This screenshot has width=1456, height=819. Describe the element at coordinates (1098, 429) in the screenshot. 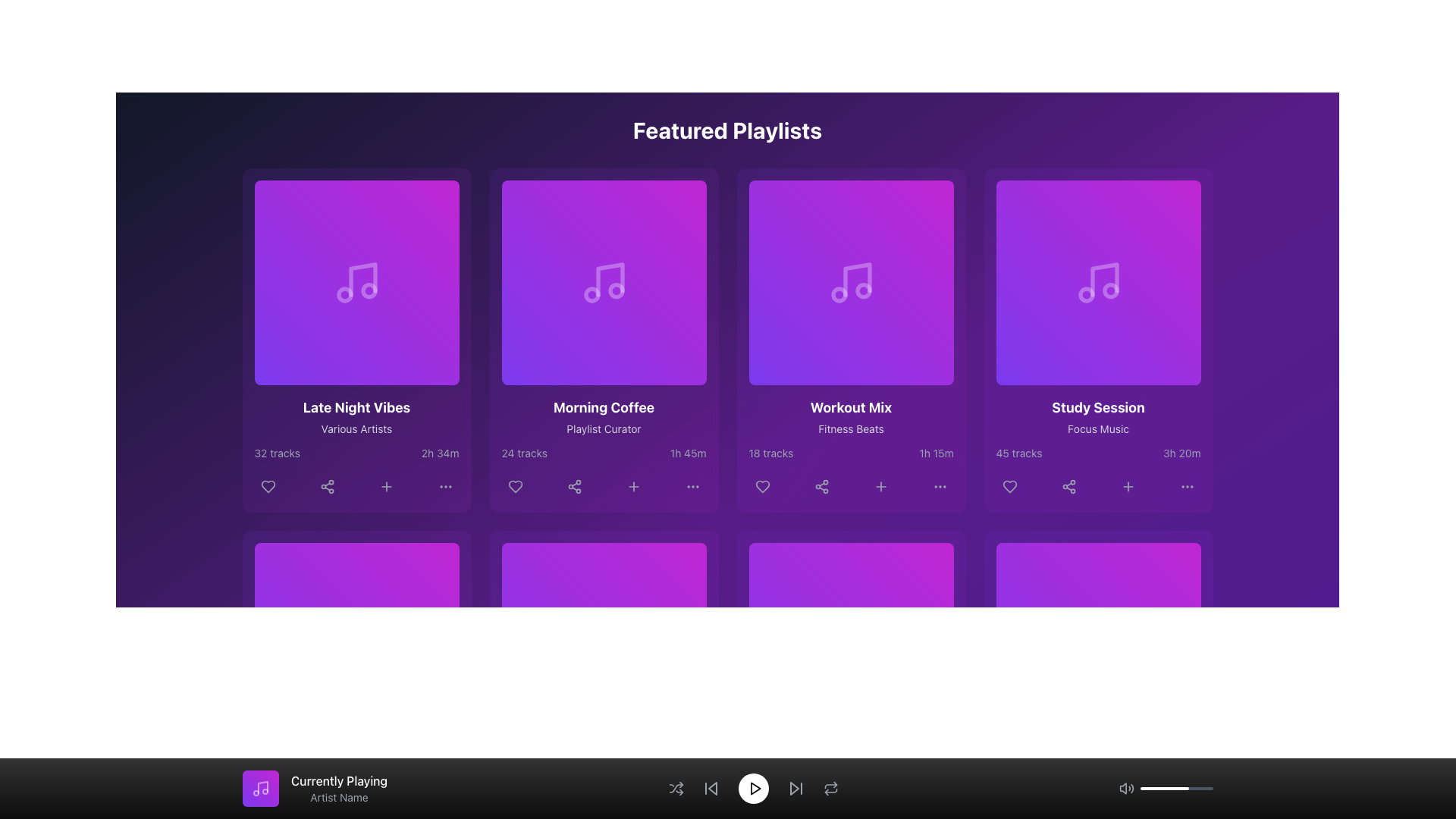

I see `the text label 'Focus Music' which is displayed in a smaller, lighter gray font and is situated directly below the bold title 'Study Session' in the playlist card` at that location.